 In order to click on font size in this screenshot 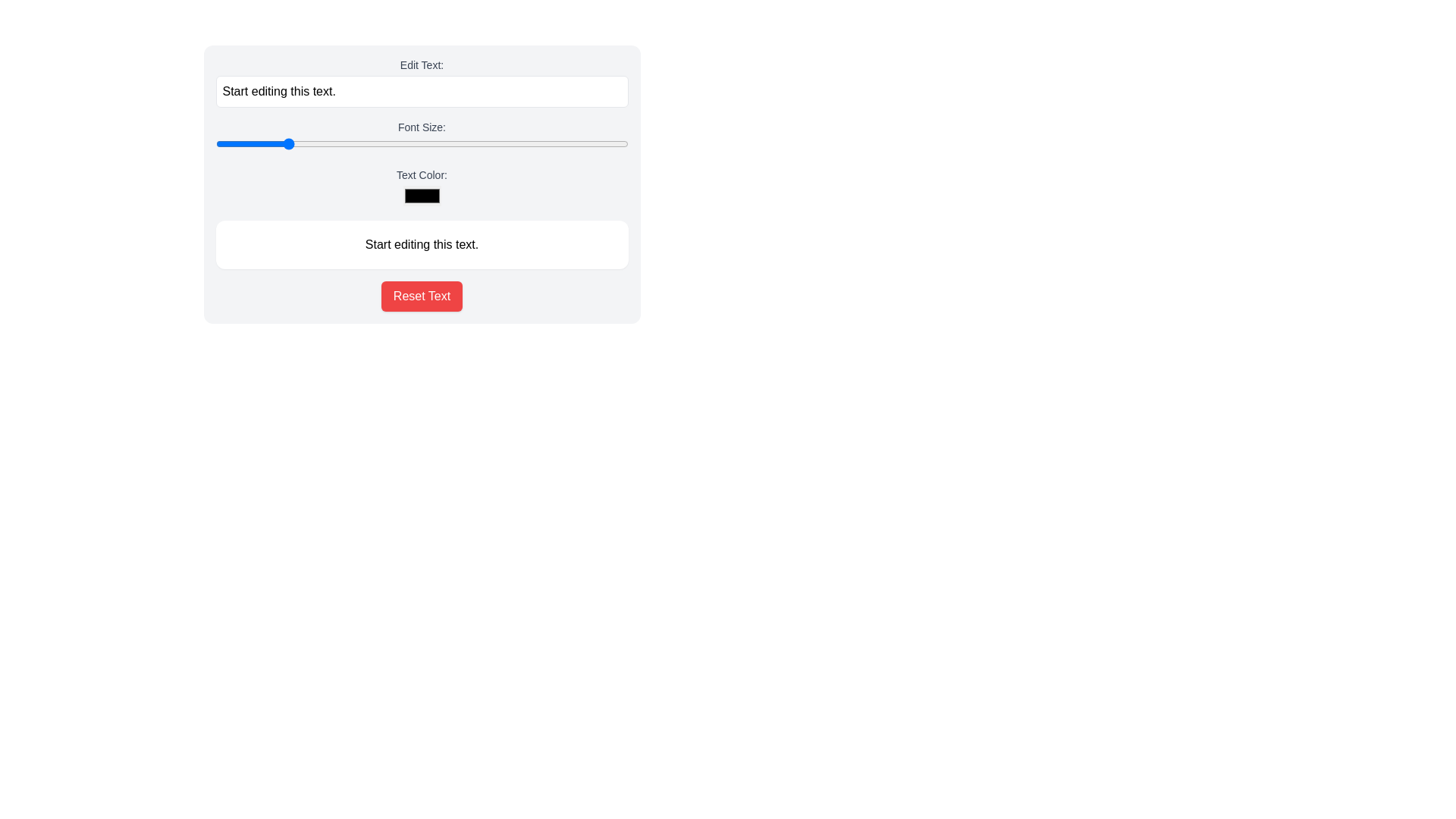, I will do `click(301, 143)`.